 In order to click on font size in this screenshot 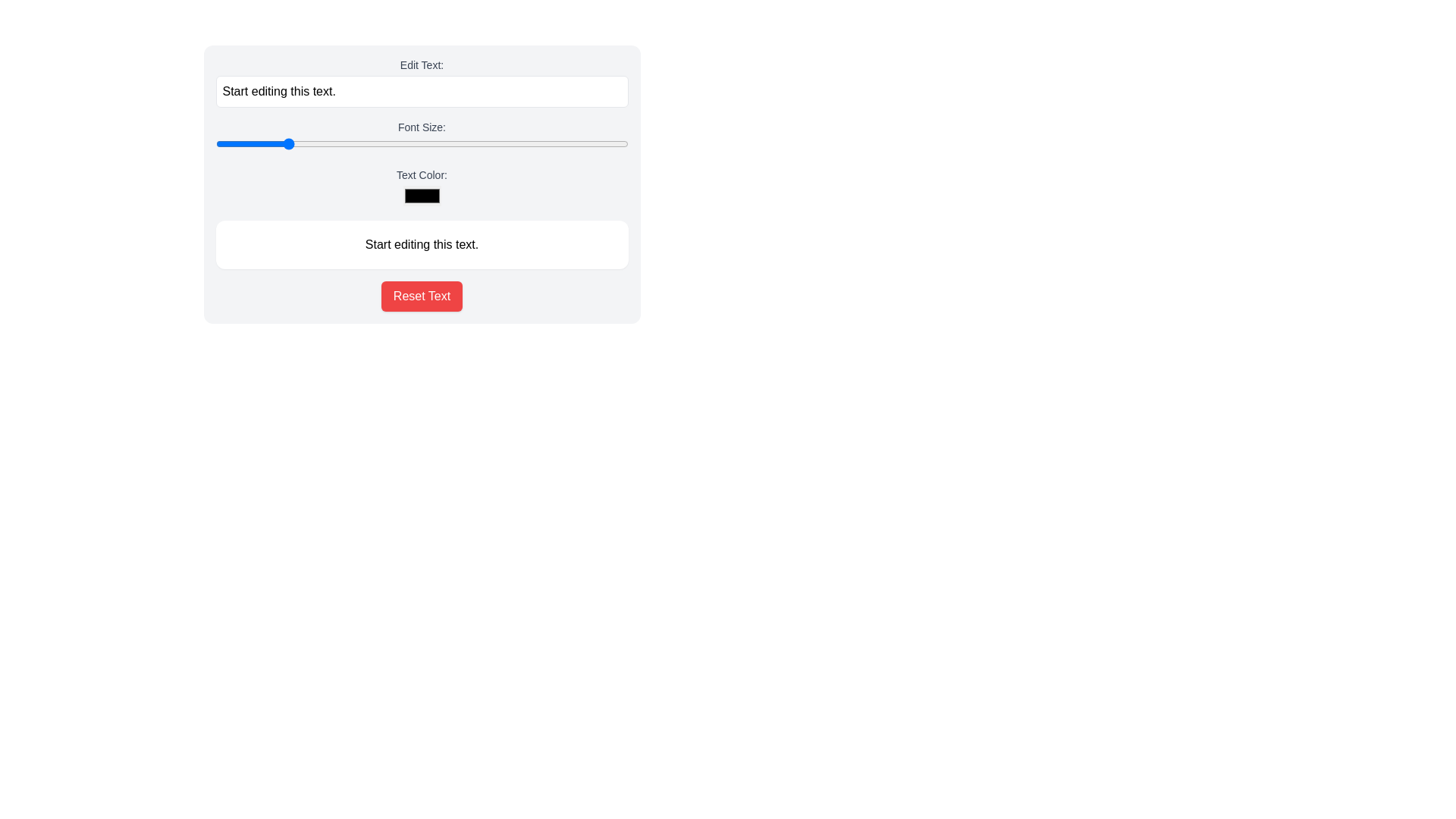, I will do `click(301, 143)`.